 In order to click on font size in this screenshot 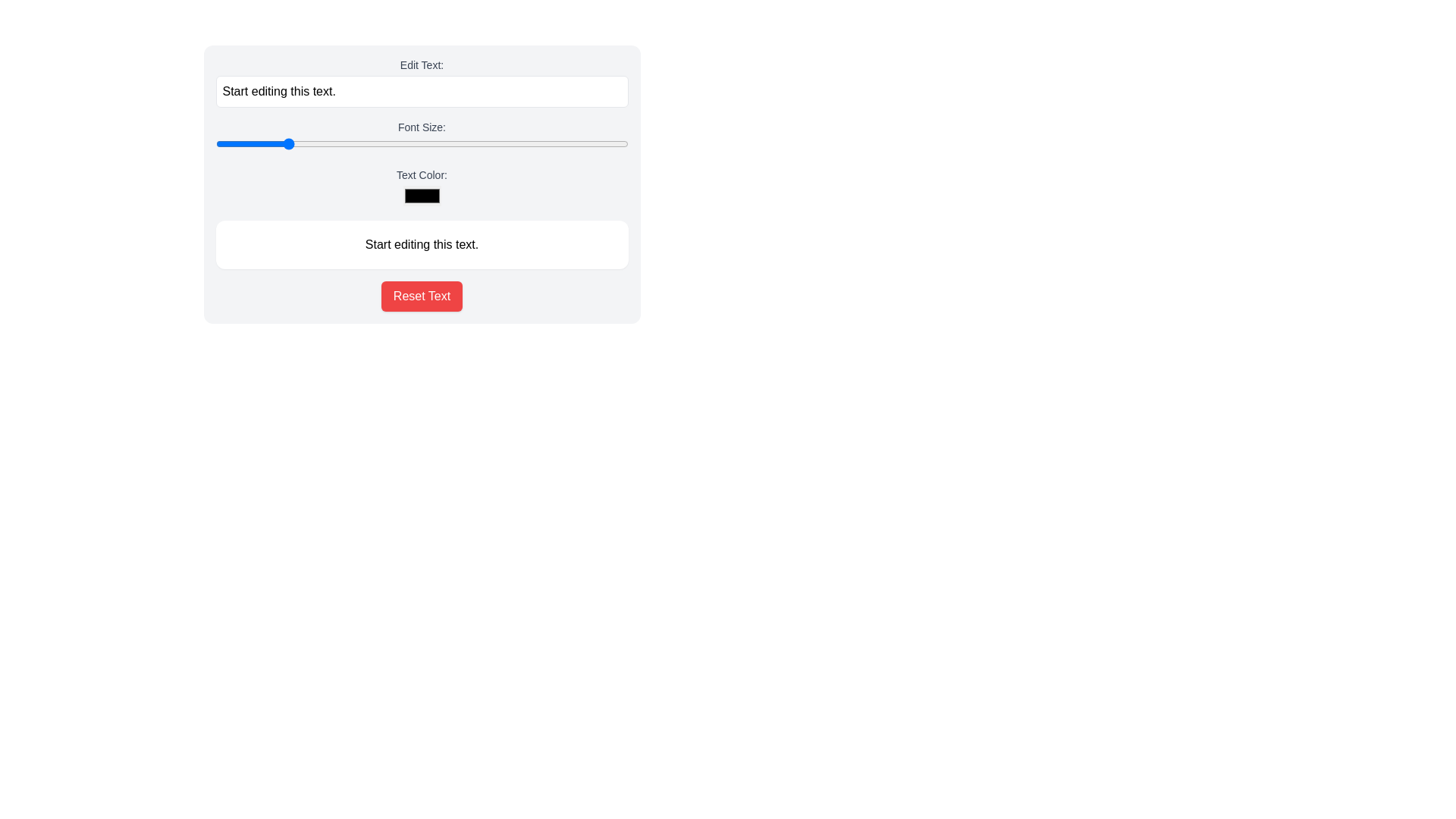, I will do `click(301, 143)`.